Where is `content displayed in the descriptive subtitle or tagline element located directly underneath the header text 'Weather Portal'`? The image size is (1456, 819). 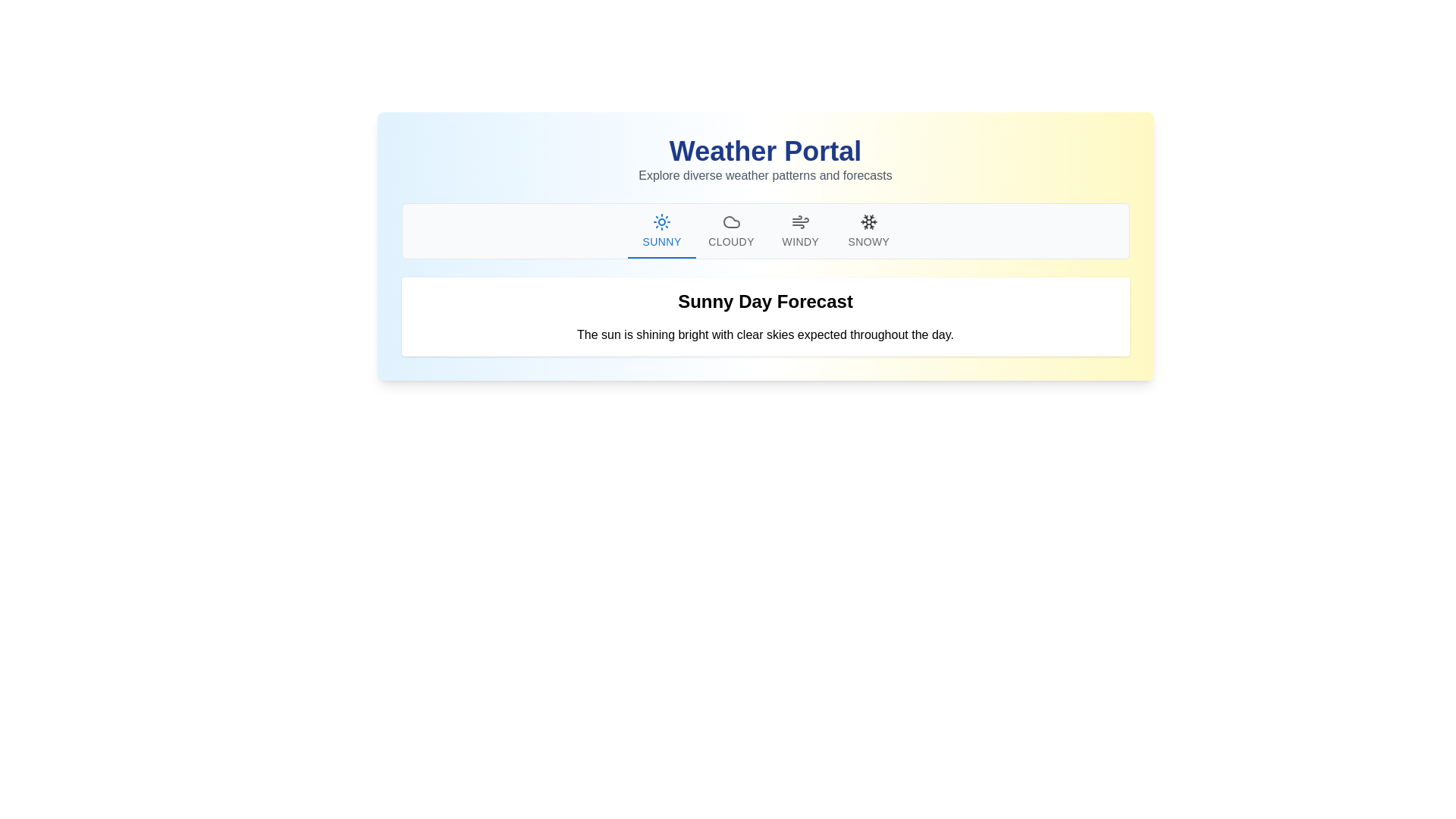 content displayed in the descriptive subtitle or tagline element located directly underneath the header text 'Weather Portal' is located at coordinates (765, 174).